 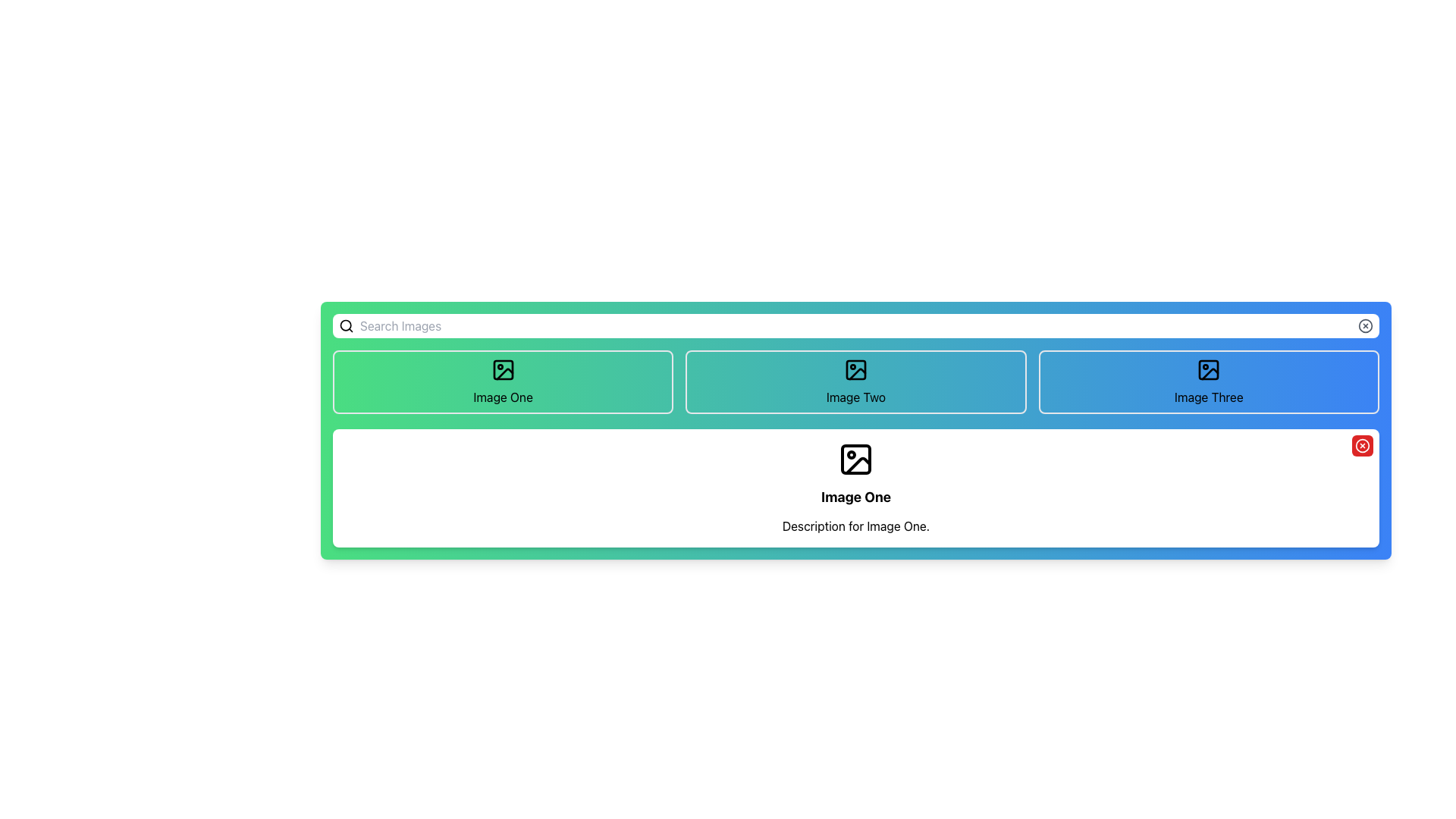 I want to click on the Decorative image icon, which is a vector-style image resembling a sun and mountains, located above the text 'Image One', so click(x=855, y=458).